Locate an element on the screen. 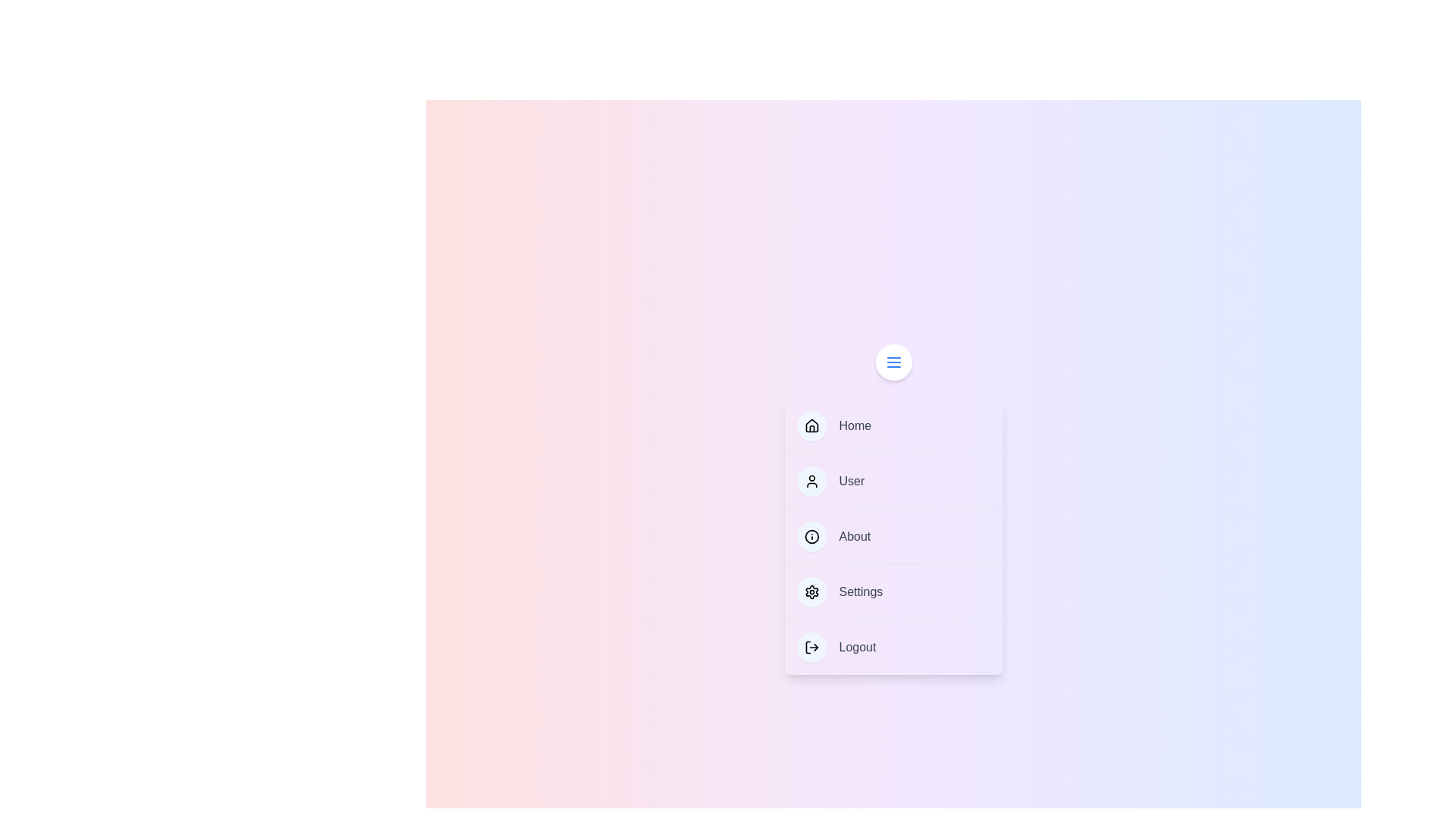 The width and height of the screenshot is (1456, 819). the icon of the menu item labeled User is located at coordinates (811, 482).